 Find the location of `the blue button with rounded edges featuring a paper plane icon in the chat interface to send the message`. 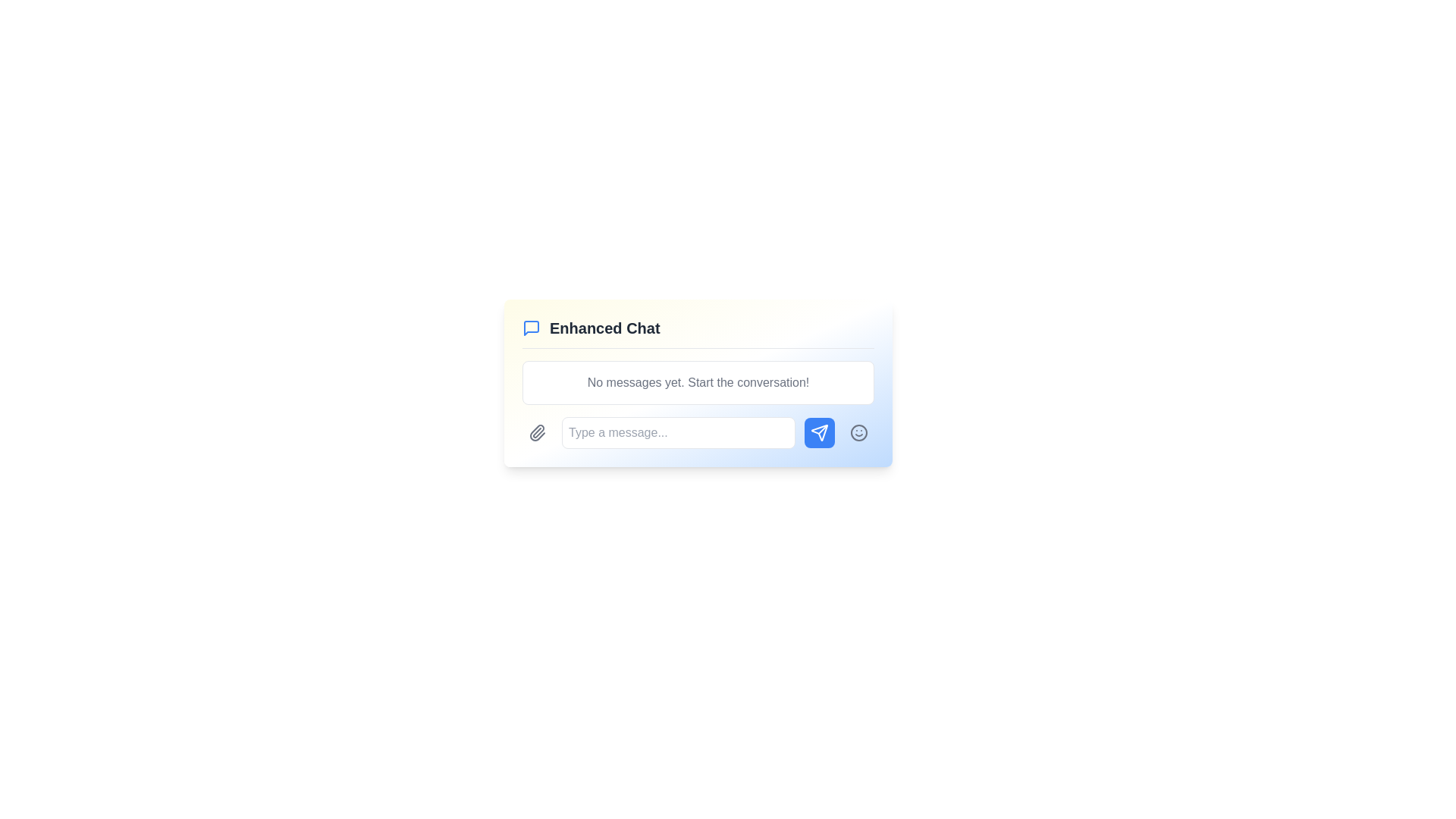

the blue button with rounded edges featuring a paper plane icon in the chat interface to send the message is located at coordinates (818, 432).